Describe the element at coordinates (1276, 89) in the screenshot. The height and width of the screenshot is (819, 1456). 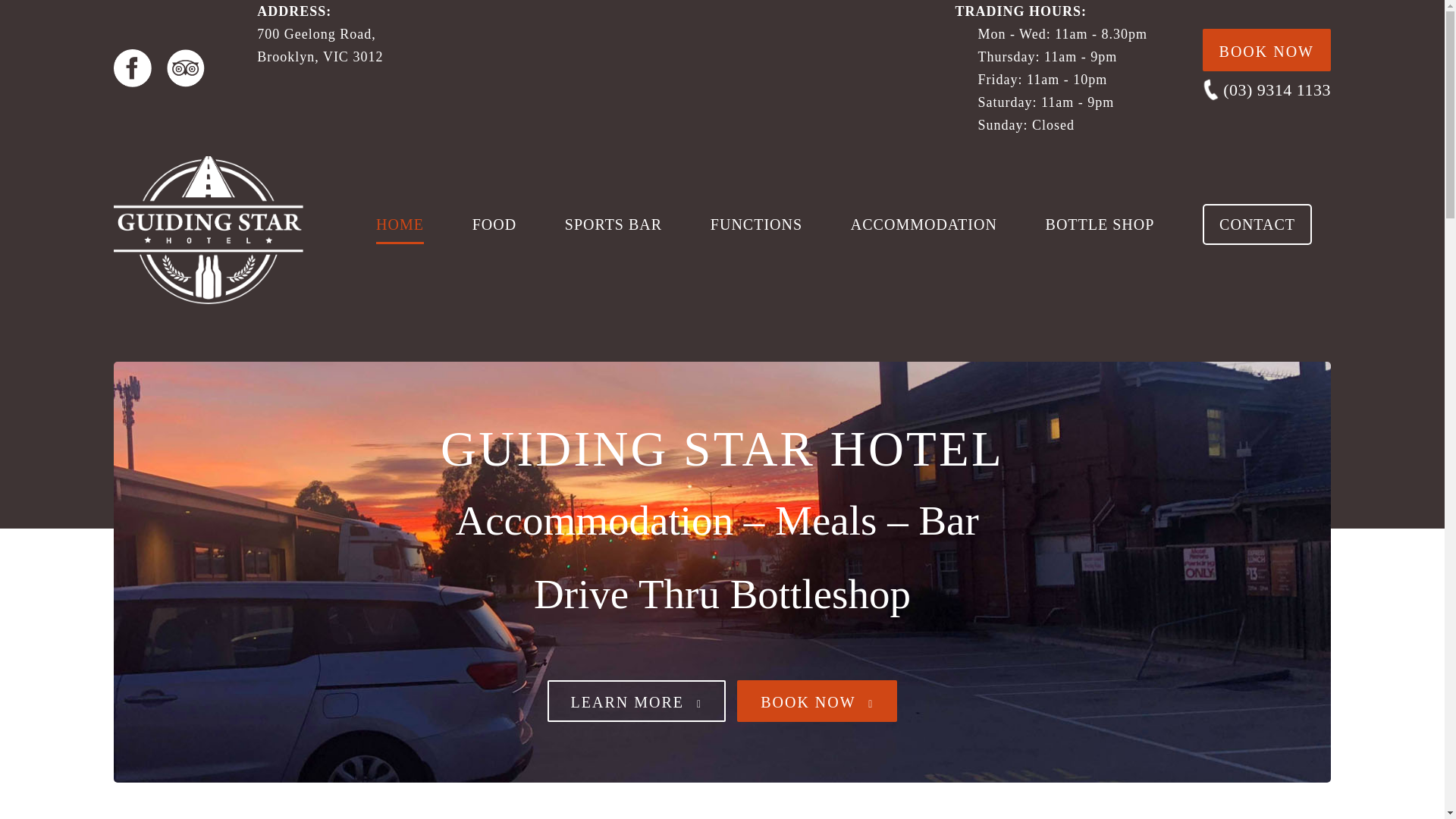
I see `'(03) 9314 1133'` at that location.